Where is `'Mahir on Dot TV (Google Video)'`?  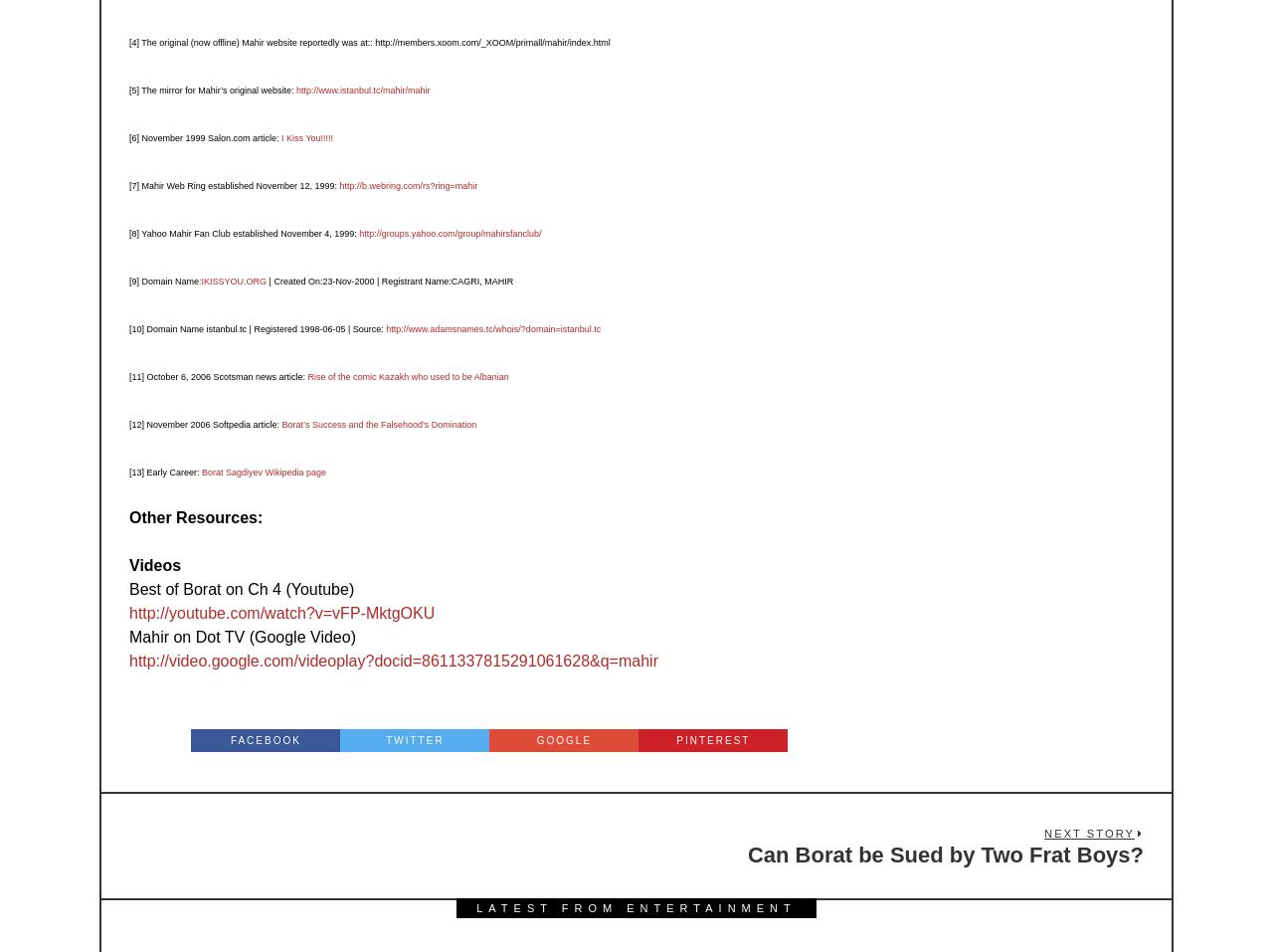
'Mahir on Dot TV (Google Video)' is located at coordinates (241, 635).